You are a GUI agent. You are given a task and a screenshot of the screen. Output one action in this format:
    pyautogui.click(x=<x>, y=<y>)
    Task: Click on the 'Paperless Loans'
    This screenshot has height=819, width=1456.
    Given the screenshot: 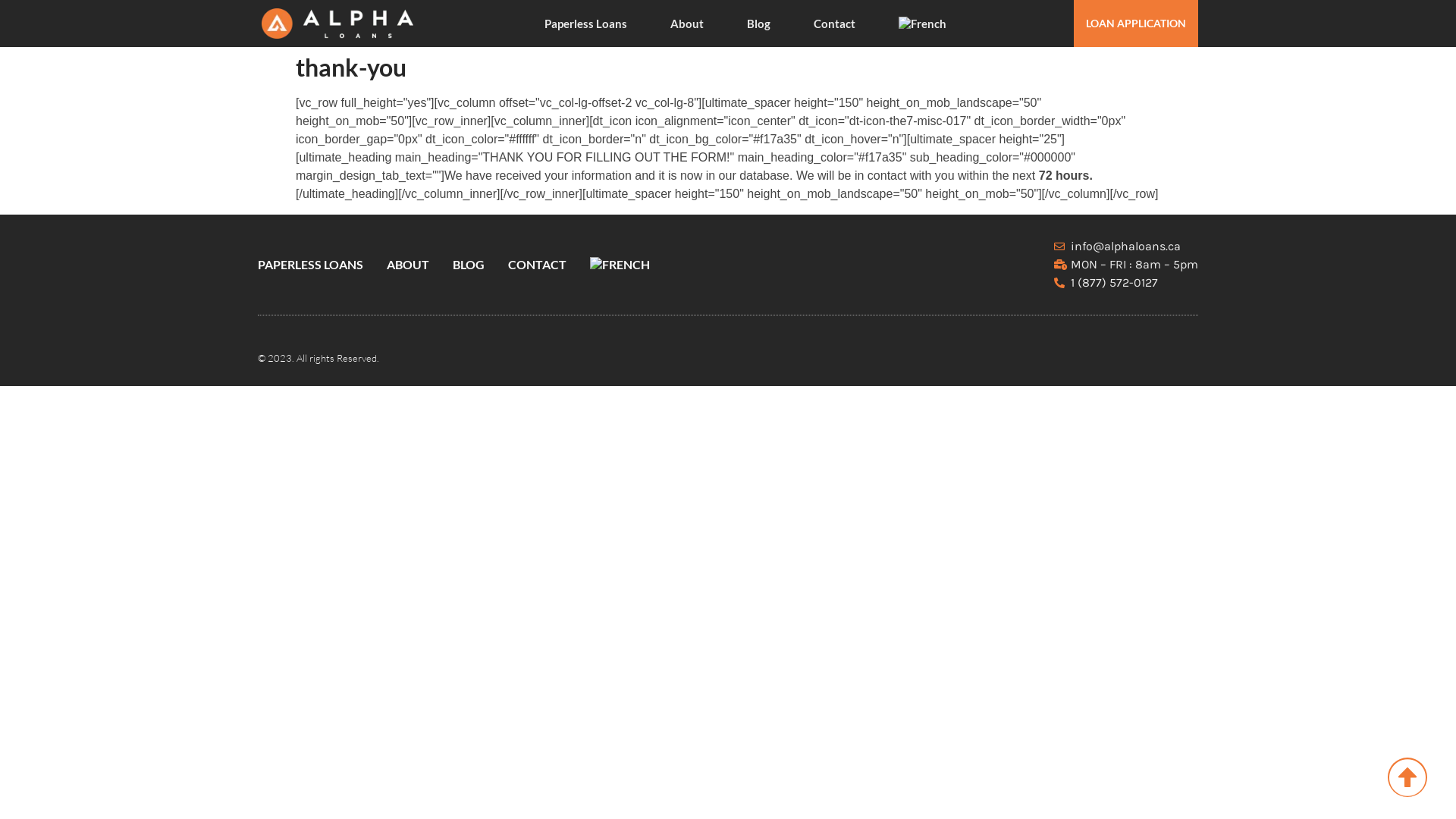 What is the action you would take?
    pyautogui.click(x=585, y=23)
    